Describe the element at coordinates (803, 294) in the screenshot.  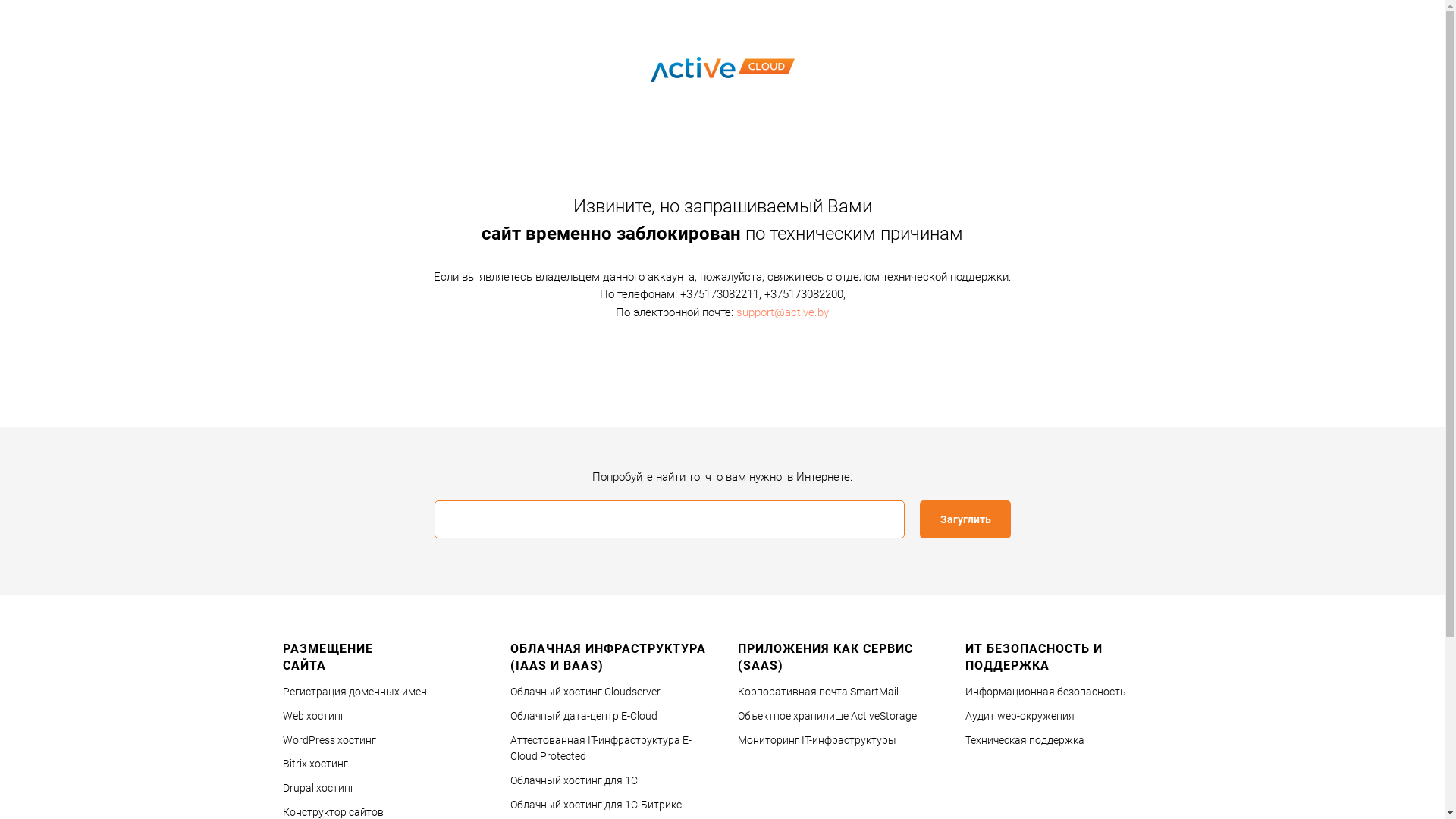
I see `'+375173082200'` at that location.